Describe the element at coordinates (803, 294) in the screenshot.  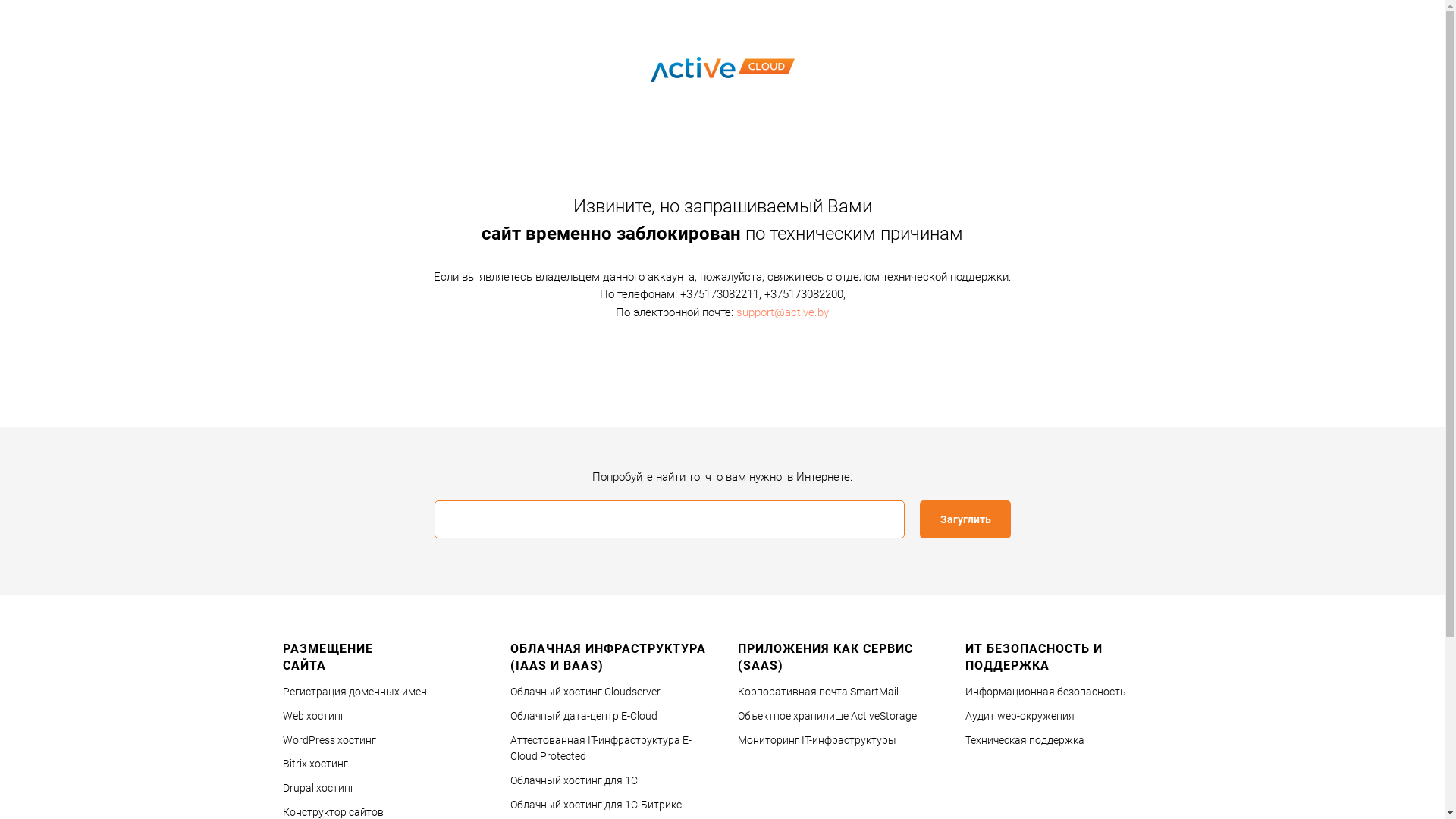
I see `'+375173082200'` at that location.